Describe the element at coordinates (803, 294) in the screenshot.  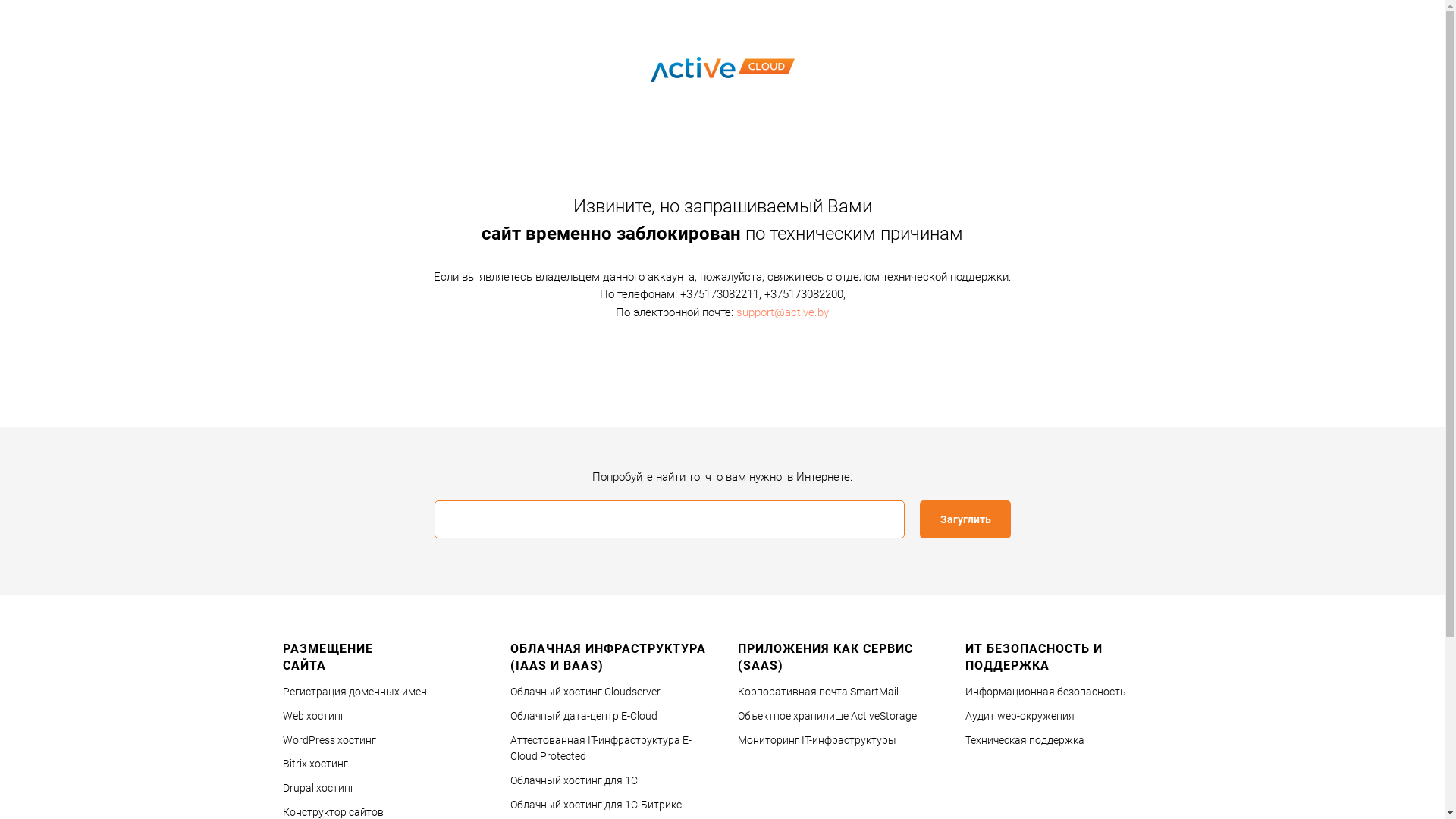
I see `'+375173082200'` at that location.